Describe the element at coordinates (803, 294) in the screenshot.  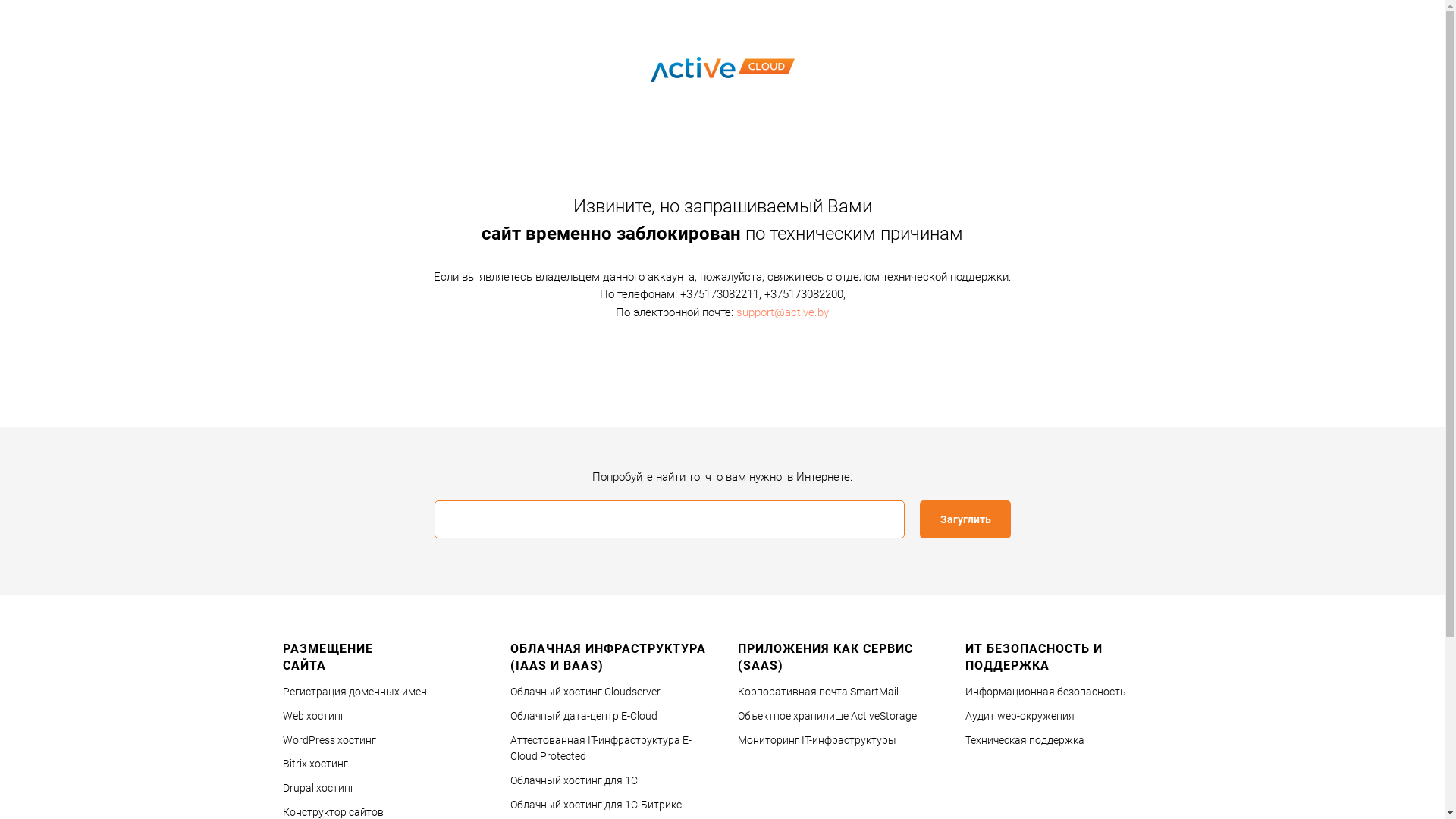
I see `'+375173082200'` at that location.